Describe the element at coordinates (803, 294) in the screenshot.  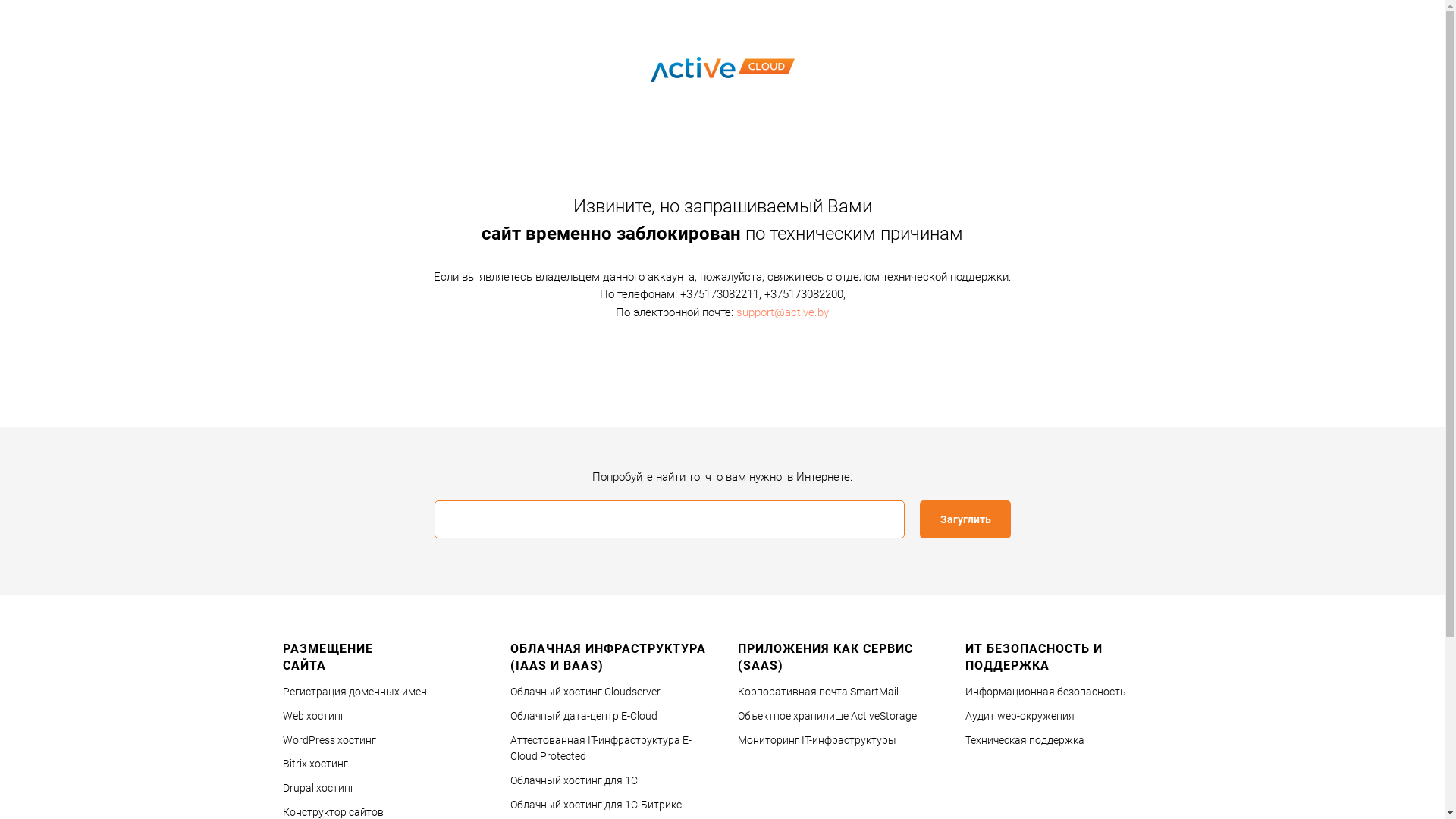
I see `'+375173082200'` at that location.